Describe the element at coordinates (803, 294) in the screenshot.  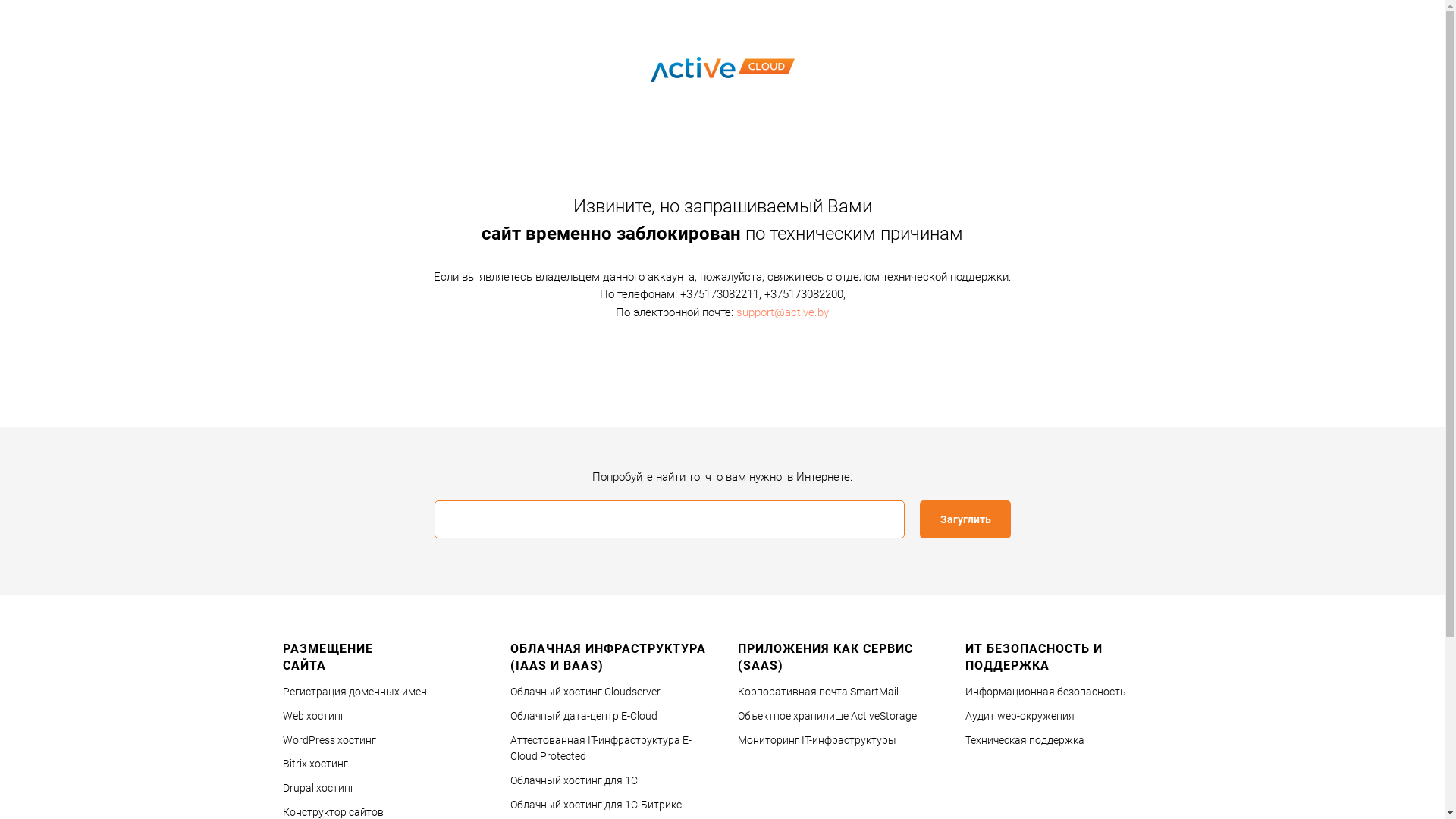
I see `'+375173082200'` at that location.